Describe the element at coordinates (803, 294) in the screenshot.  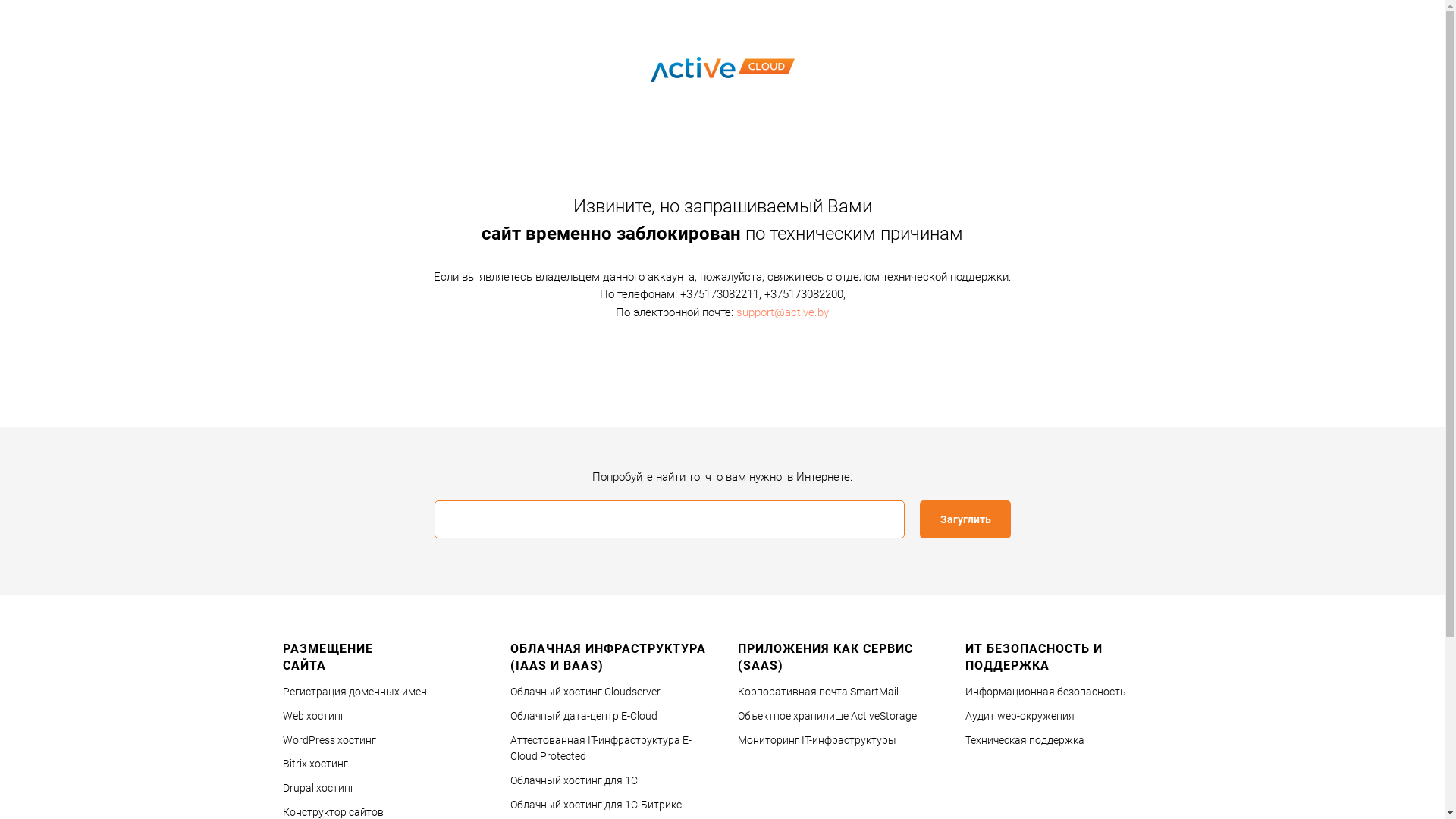
I see `'+375173082200'` at that location.